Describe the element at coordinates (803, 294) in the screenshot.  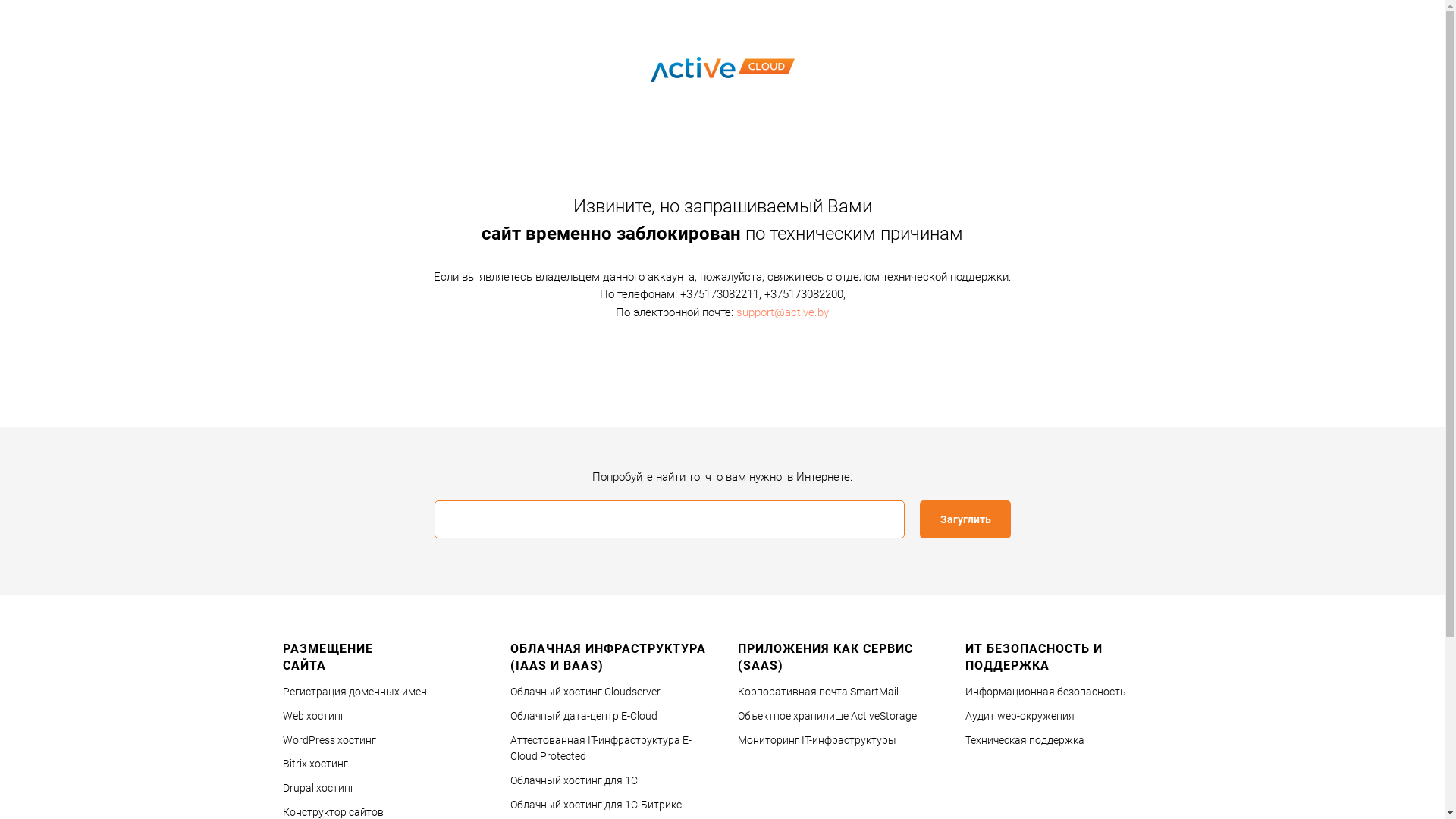
I see `'+375173082200'` at that location.